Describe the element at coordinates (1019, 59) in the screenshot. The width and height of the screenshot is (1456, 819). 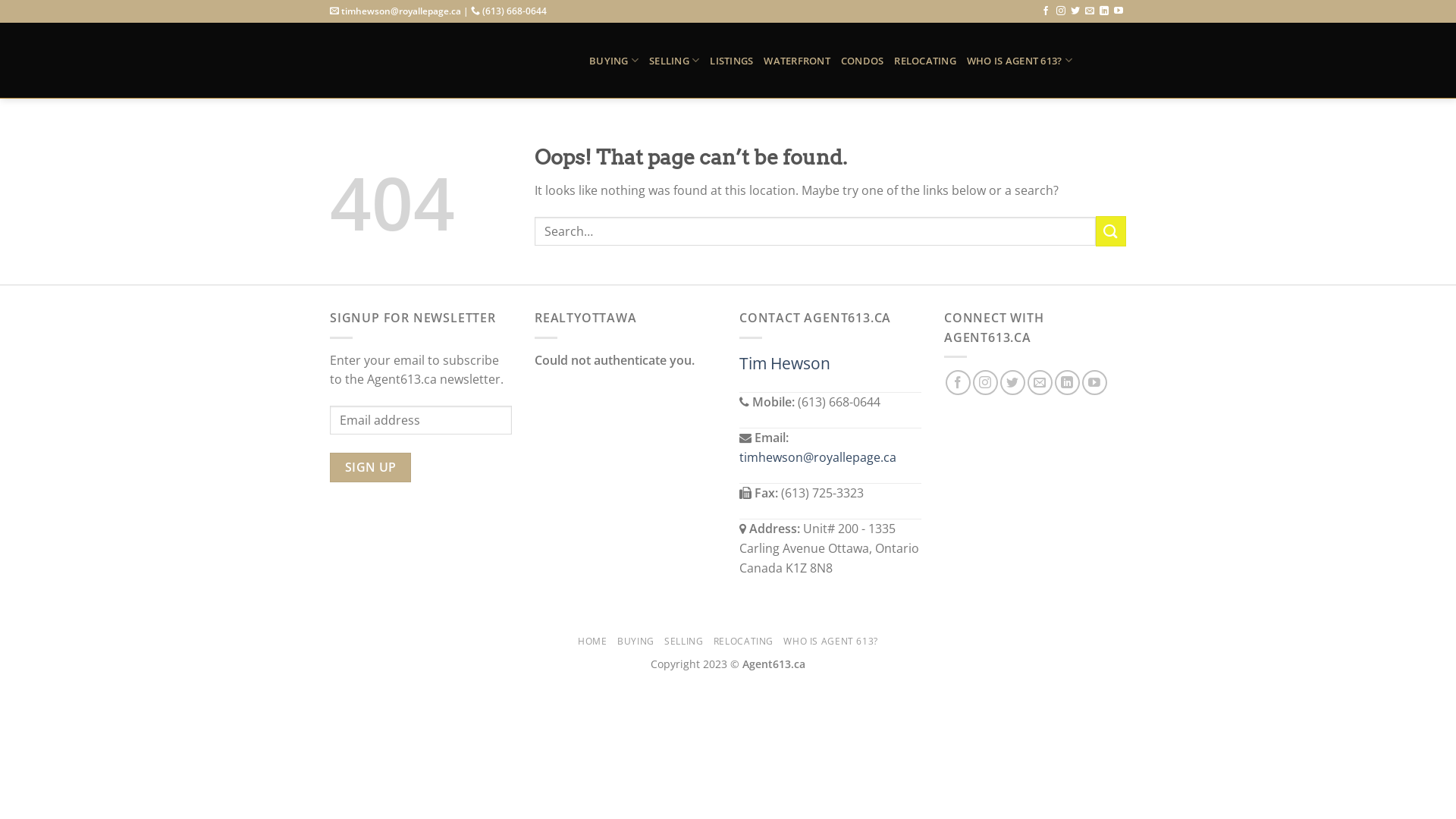
I see `'WHO IS AGENT 613?'` at that location.